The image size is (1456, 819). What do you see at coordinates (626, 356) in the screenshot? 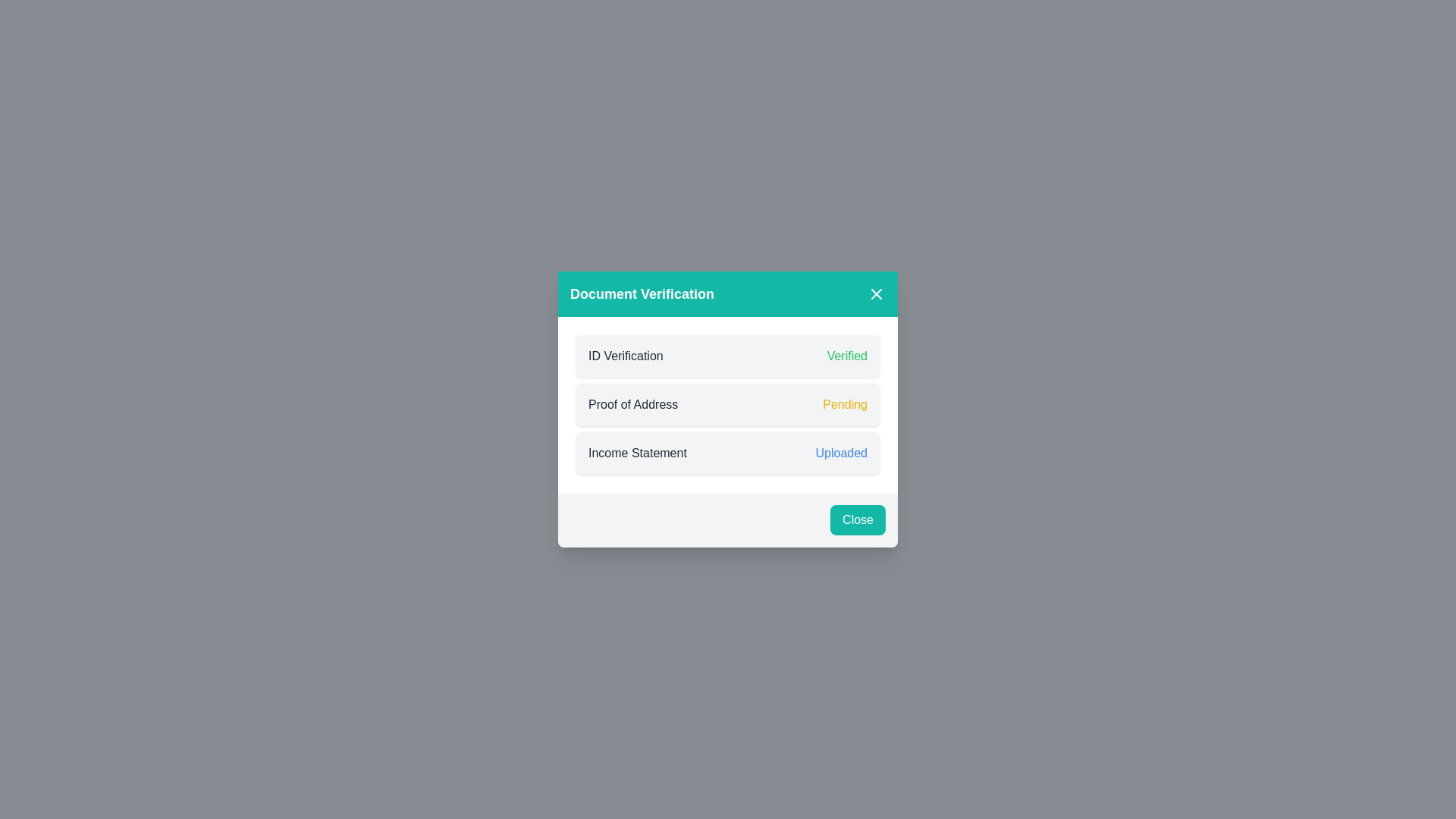
I see `the text block displaying 'ID Verification' which is styled with medium font weight and dark gray color, located in a light gray box within the 'Document Verification' dialog` at bounding box center [626, 356].